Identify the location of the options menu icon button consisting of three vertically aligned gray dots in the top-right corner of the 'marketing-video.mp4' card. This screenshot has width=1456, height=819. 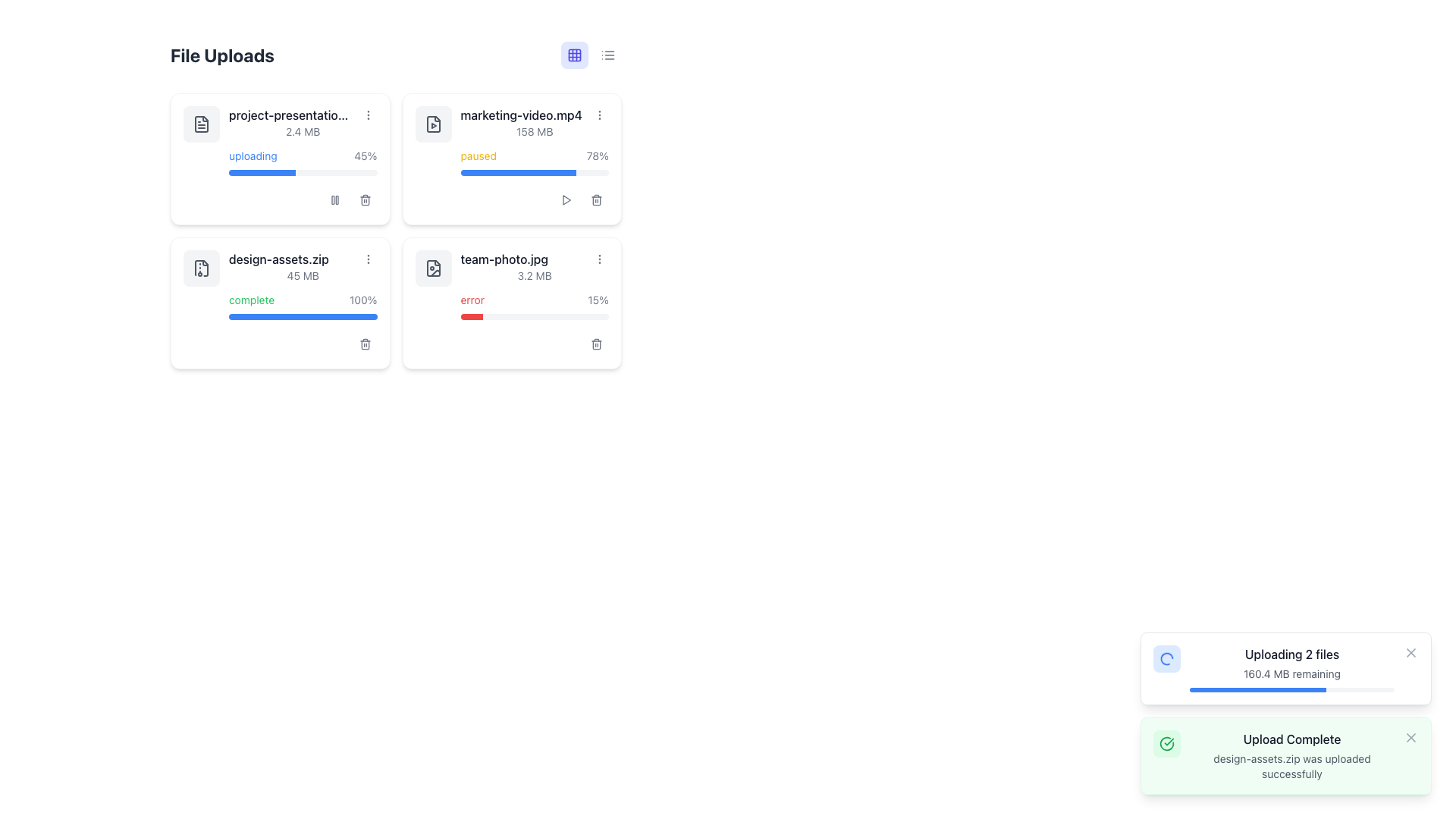
(599, 114).